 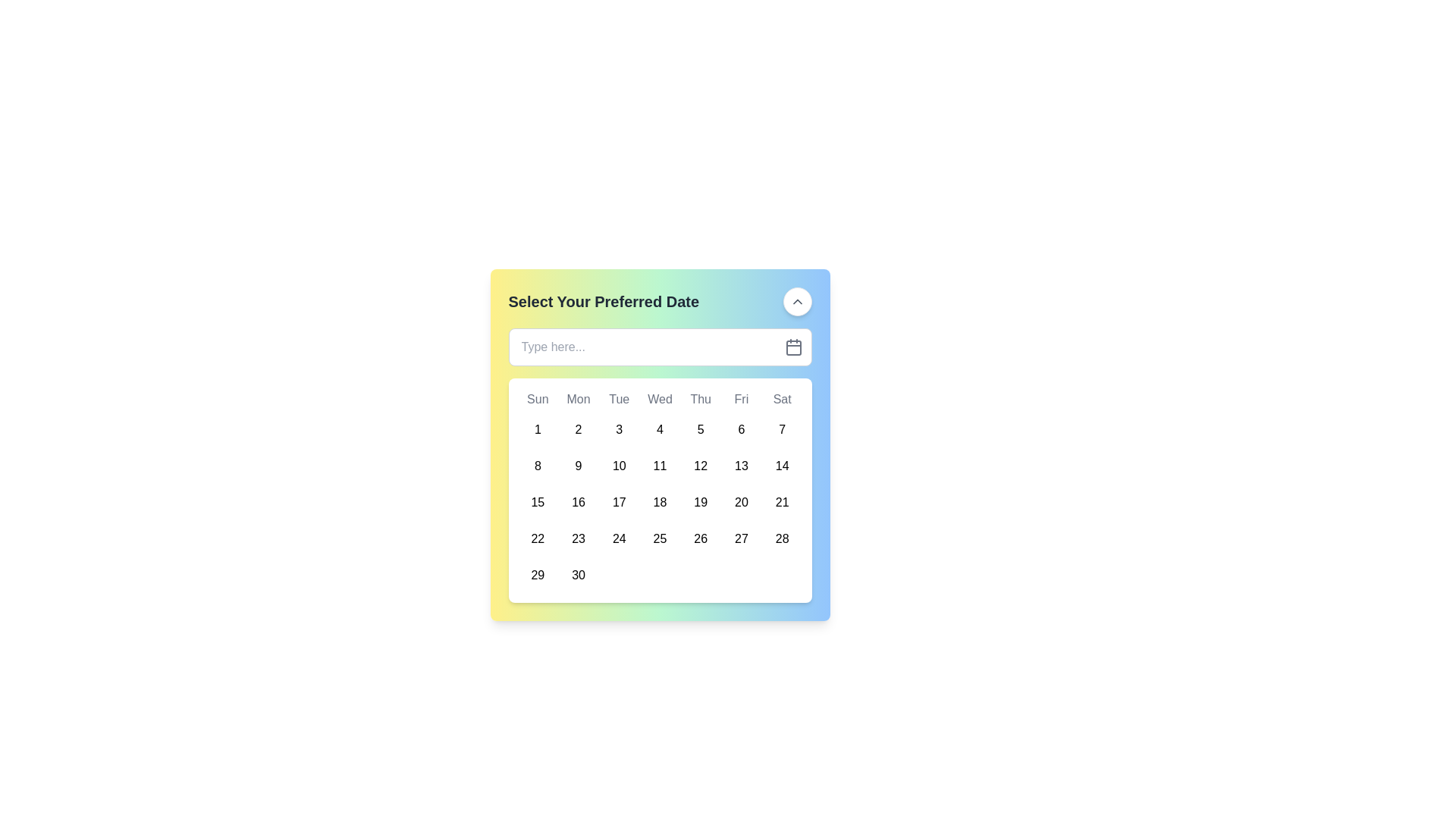 What do you see at coordinates (660, 430) in the screenshot?
I see `the calendar day button located in the first row under the 'Wed' column, which is the fourth button from the left` at bounding box center [660, 430].